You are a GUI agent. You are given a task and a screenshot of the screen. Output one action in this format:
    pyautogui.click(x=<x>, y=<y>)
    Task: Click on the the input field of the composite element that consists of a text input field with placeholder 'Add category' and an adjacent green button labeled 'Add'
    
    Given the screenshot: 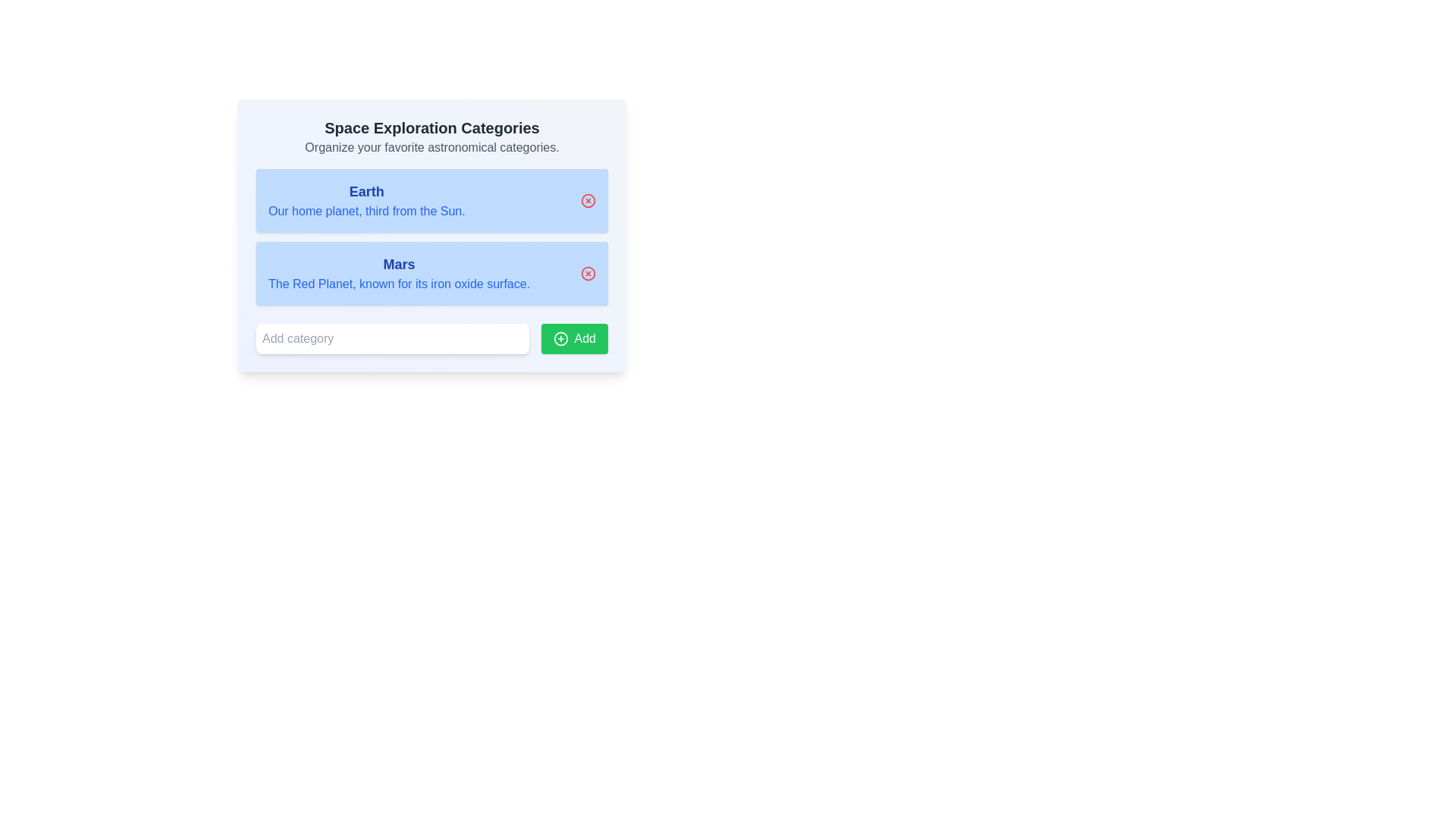 What is the action you would take?
    pyautogui.click(x=431, y=338)
    